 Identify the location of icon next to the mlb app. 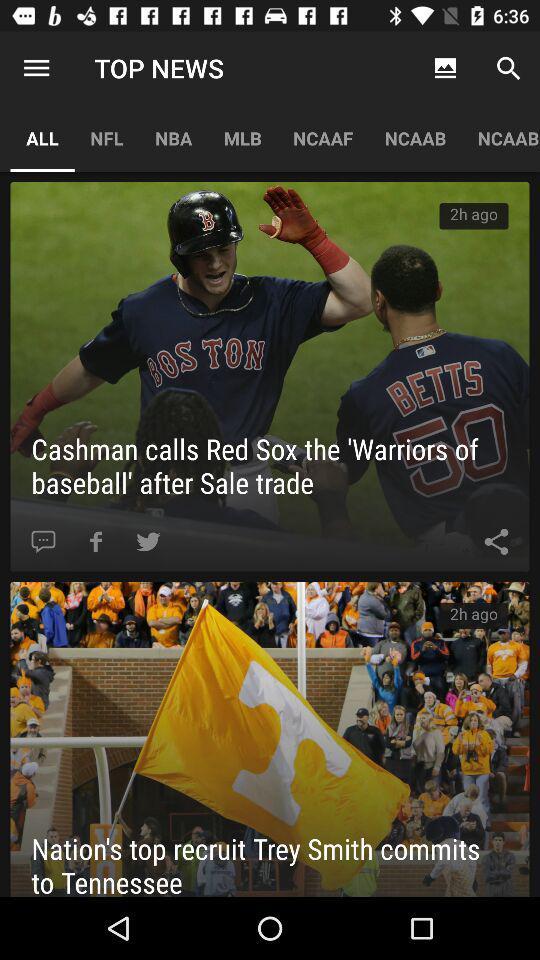
(173, 137).